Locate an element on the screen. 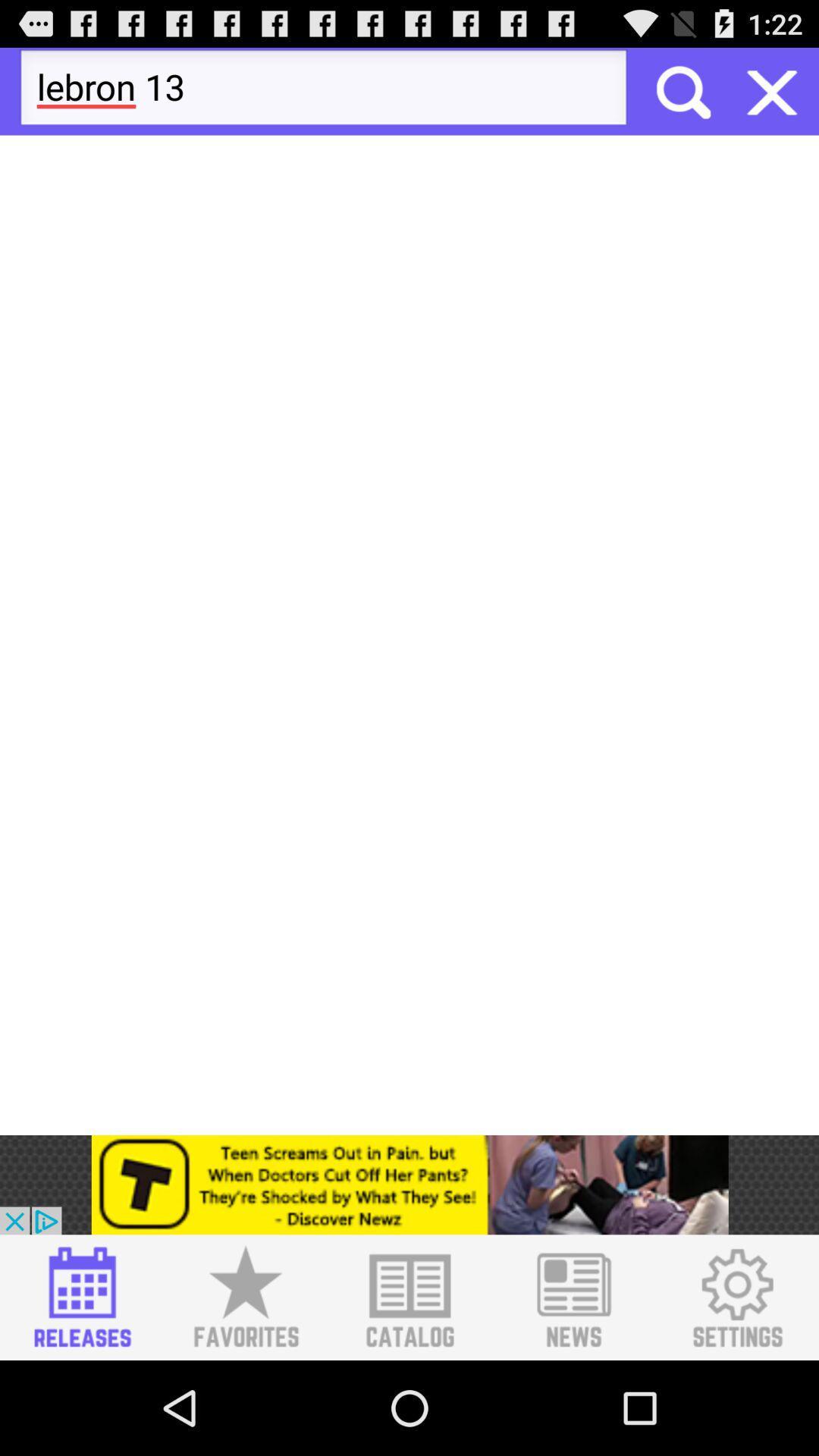 The height and width of the screenshot is (1456, 819). the star icon is located at coordinates (245, 1389).